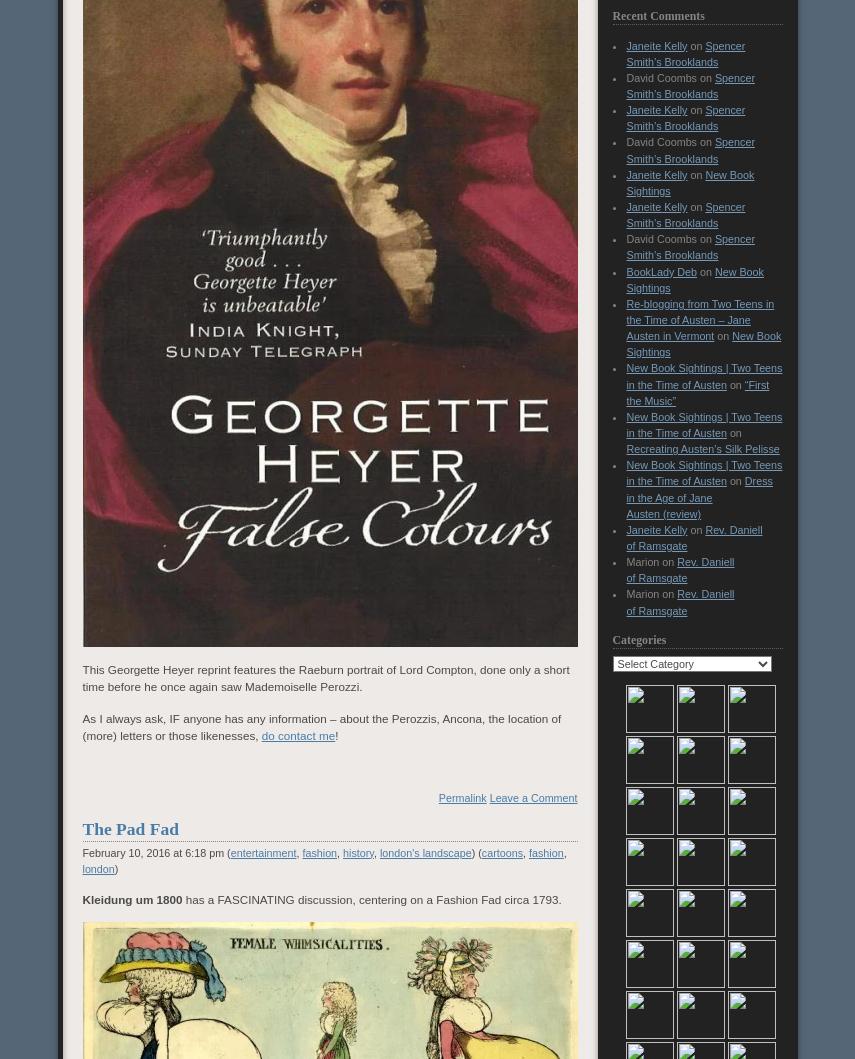 This screenshot has height=1059, width=855. Describe the element at coordinates (697, 496) in the screenshot. I see `'Dress in the Age of Jane Austen (review)'` at that location.